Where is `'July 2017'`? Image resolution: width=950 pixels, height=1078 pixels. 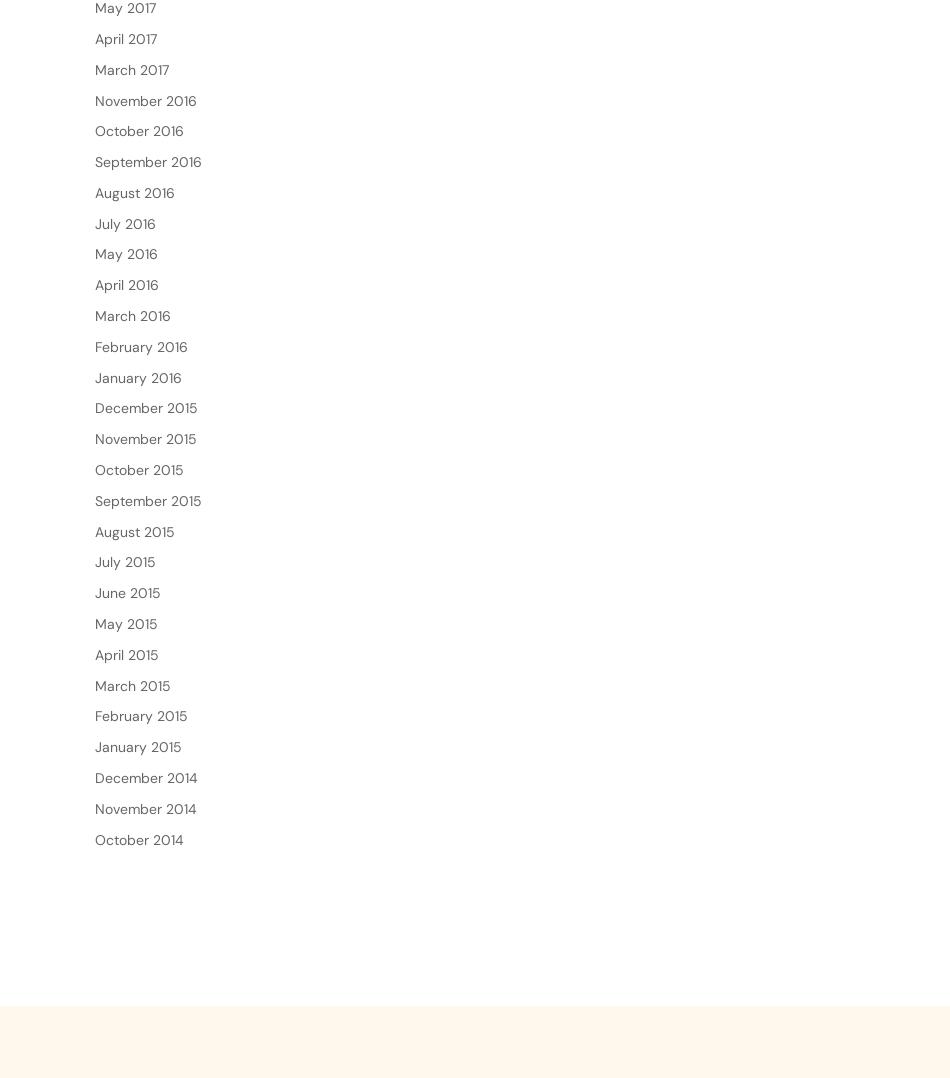 'July 2017' is located at coordinates (124, 9).